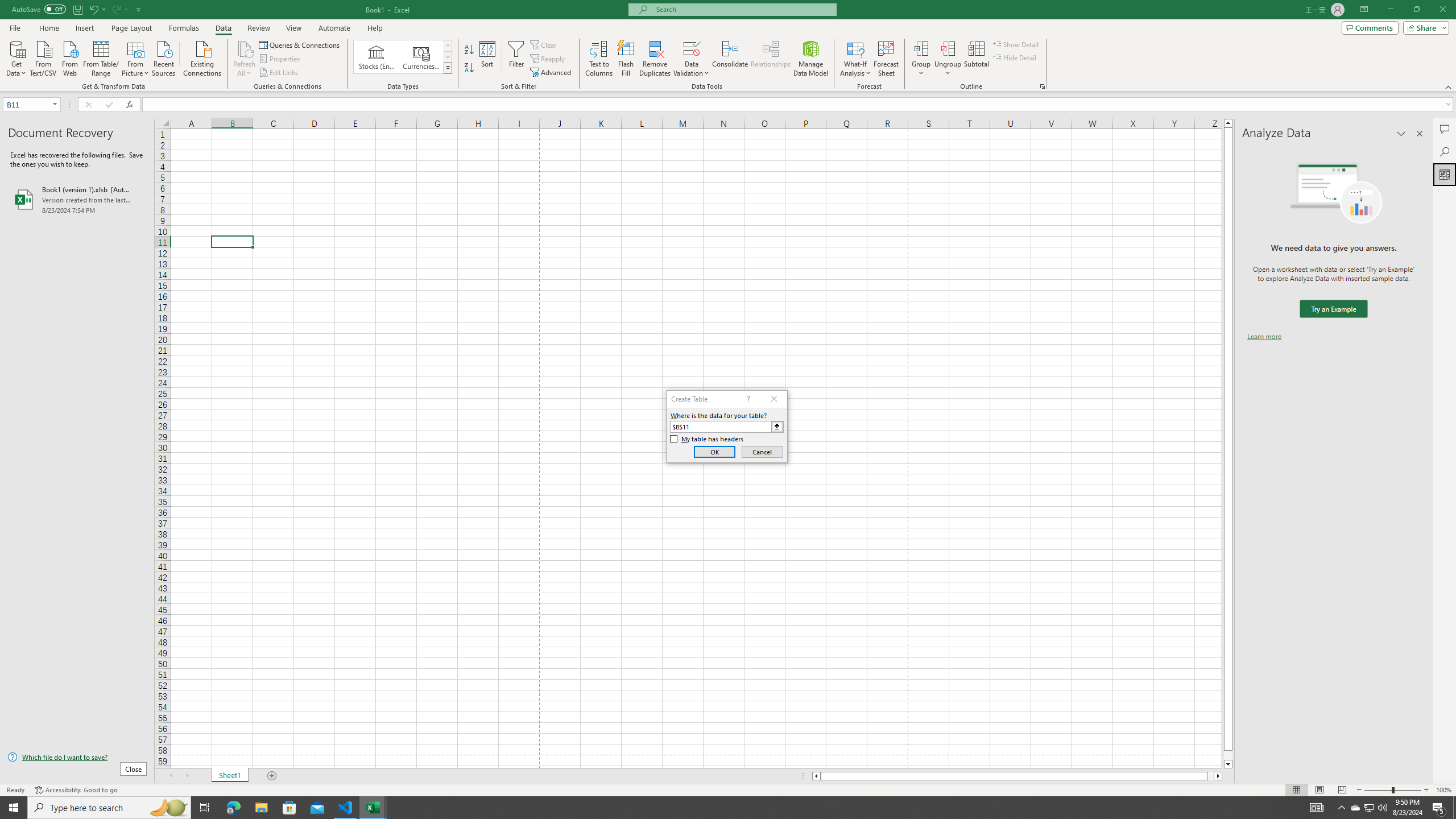  I want to click on 'Refresh All', so click(244, 59).